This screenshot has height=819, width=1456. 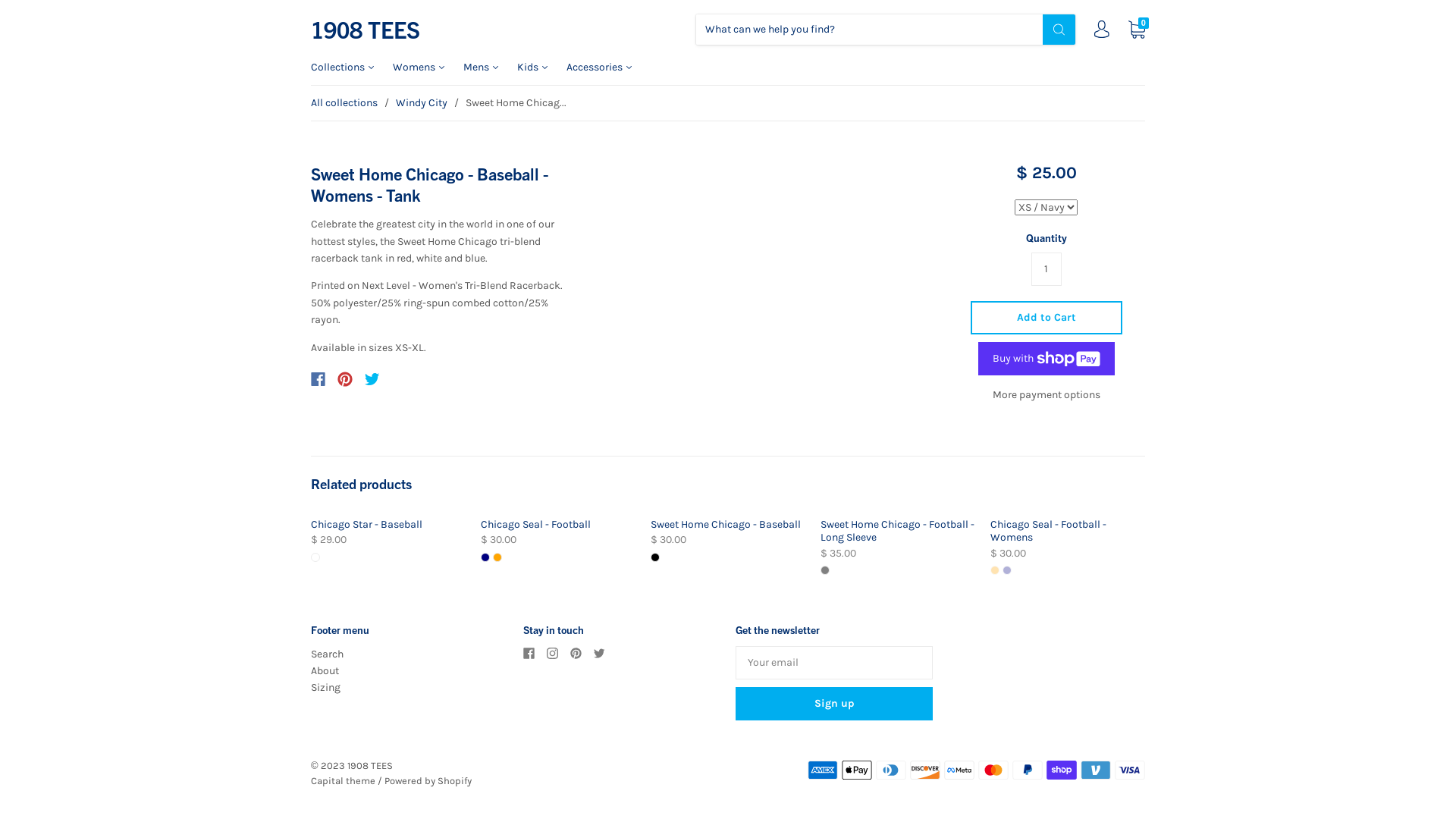 What do you see at coordinates (344, 378) in the screenshot?
I see `'Pinterest'` at bounding box center [344, 378].